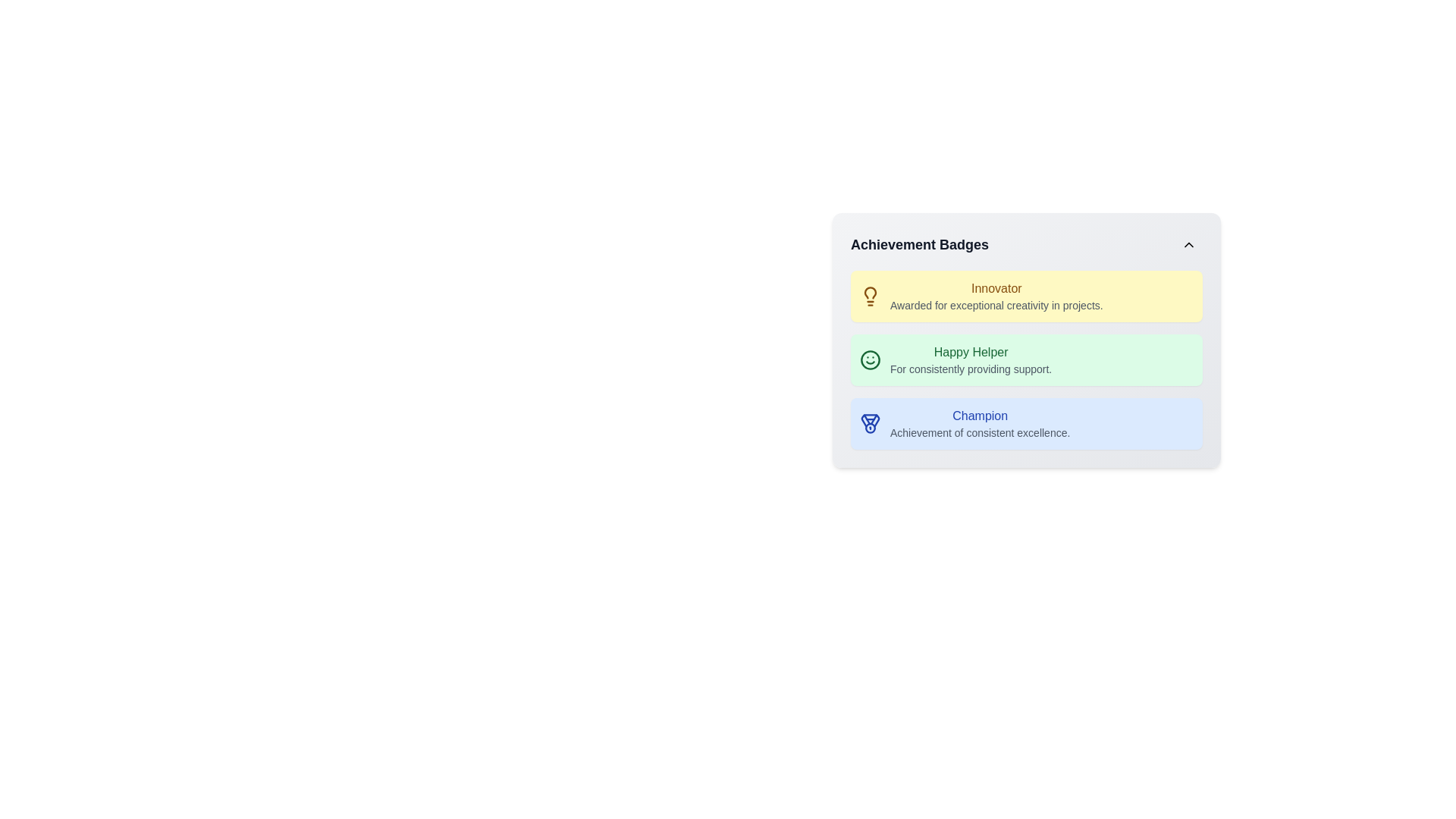 The image size is (1456, 819). I want to click on the lightbulb icon with a yellow background that represents the 'Innovator' award, located to the left of the text 'Innovator', so click(870, 296).